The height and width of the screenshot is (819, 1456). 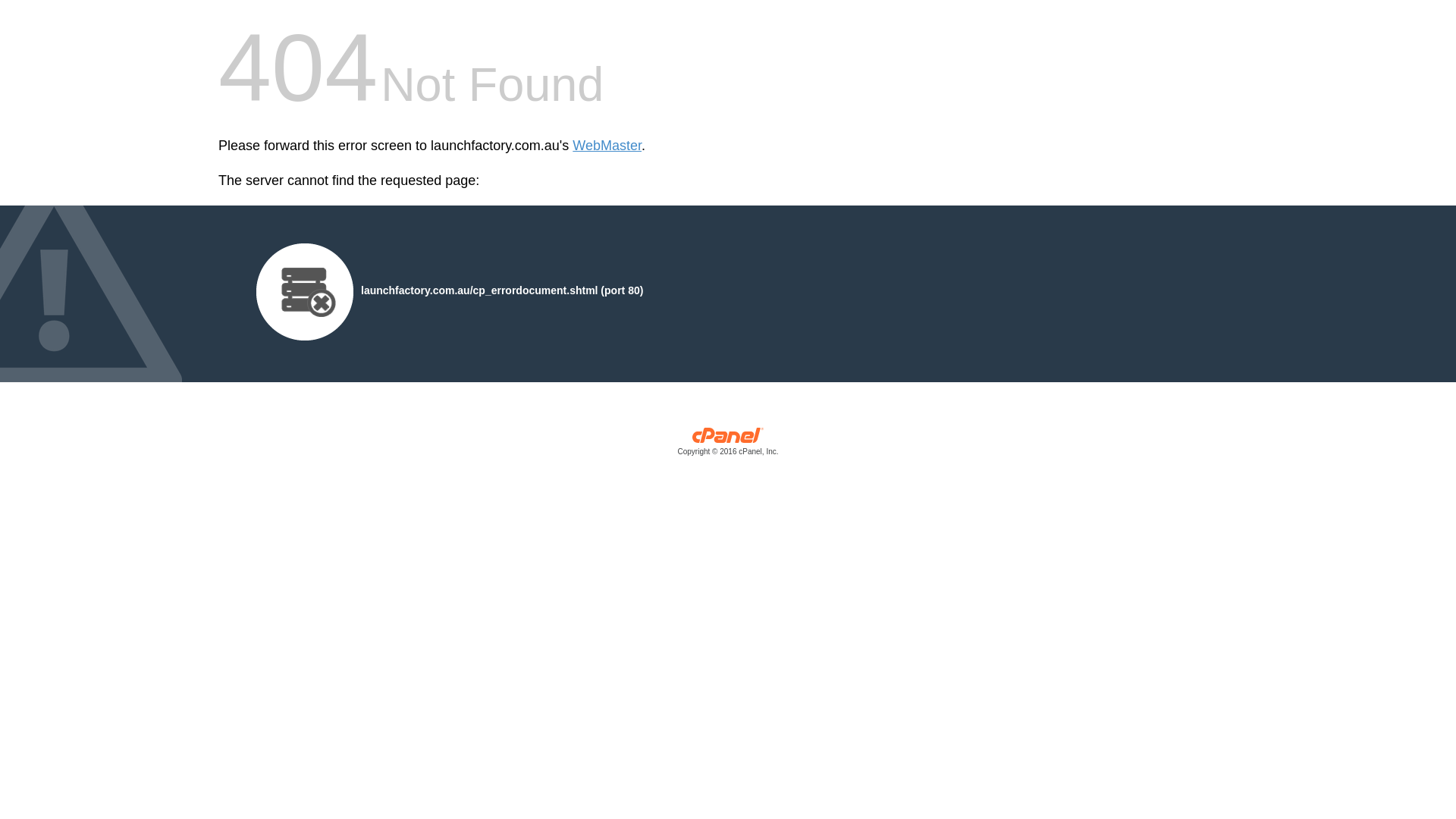 I want to click on 'WebMaster', so click(x=607, y=146).